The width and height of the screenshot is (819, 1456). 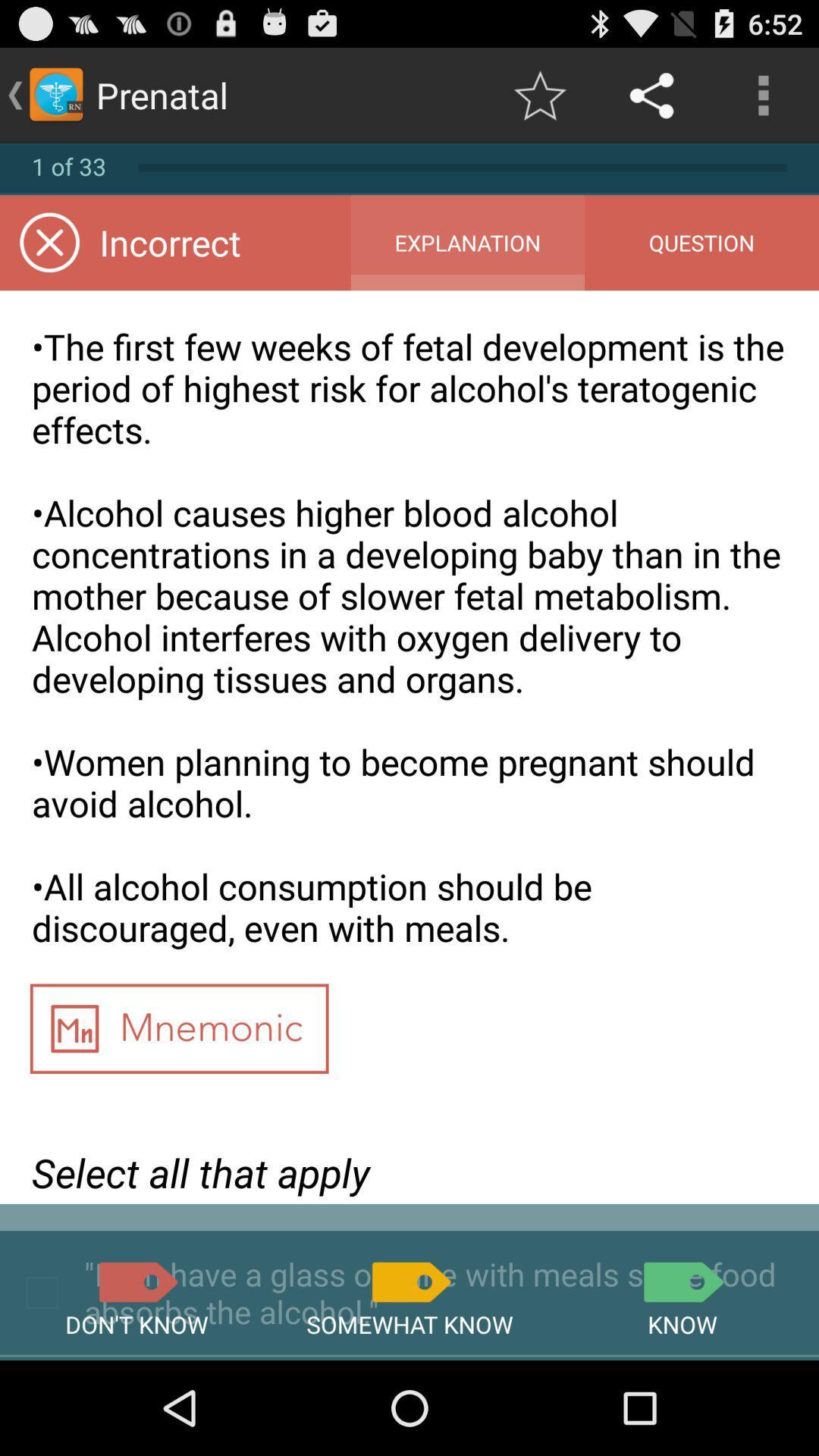 I want to click on item above the the first few item, so click(x=466, y=243).